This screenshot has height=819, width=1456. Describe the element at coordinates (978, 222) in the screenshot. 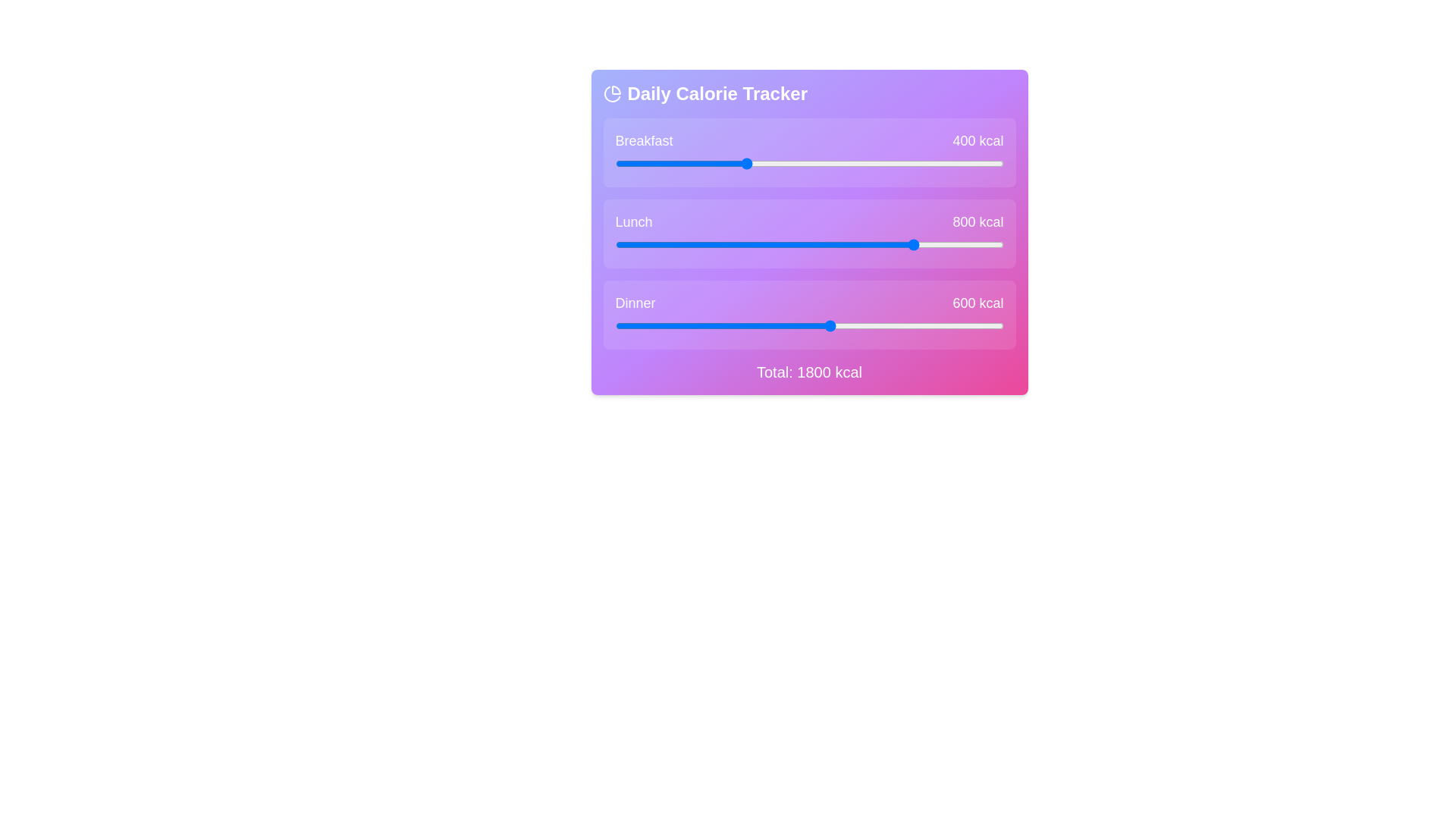

I see `the Static Text Label displaying '800 kcal' for the 'Lunch' slider, which serves as a visual indicator for caloric allocation` at that location.